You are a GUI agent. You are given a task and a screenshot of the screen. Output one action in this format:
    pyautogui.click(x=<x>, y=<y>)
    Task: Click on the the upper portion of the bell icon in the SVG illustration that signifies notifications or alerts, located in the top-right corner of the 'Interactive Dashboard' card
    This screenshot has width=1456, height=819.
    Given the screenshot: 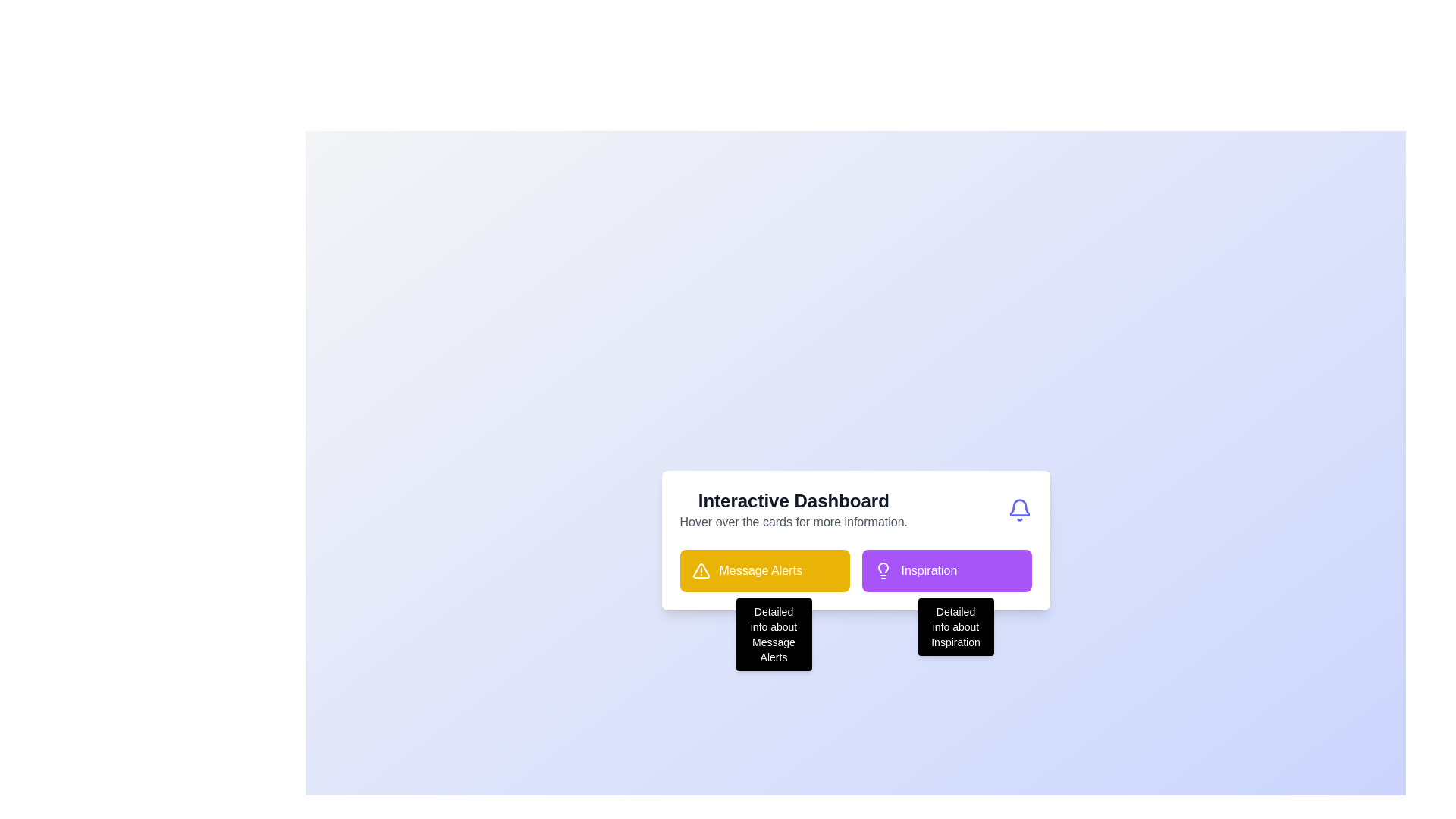 What is the action you would take?
    pyautogui.click(x=1019, y=507)
    